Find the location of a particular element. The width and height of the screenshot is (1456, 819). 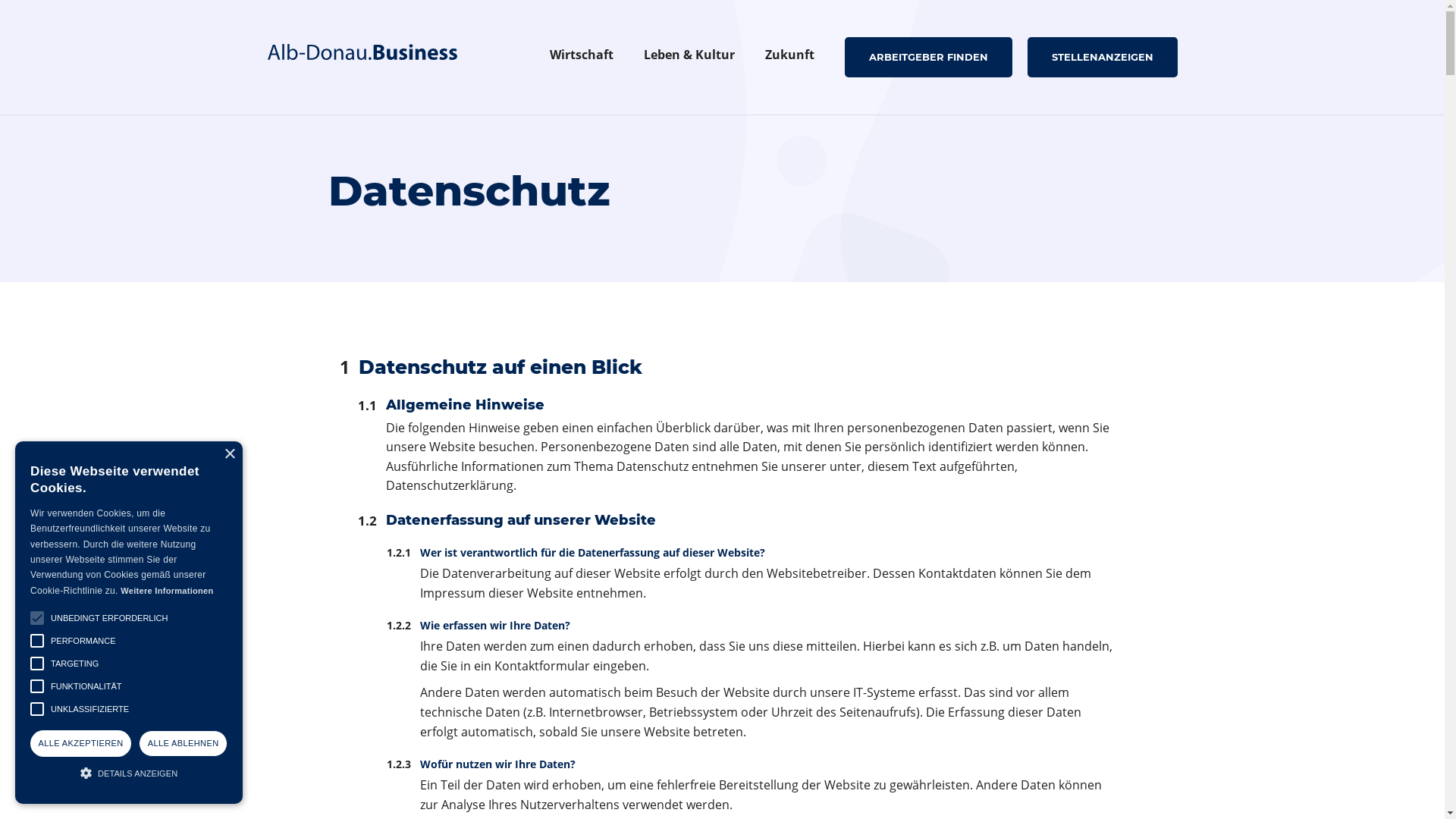

'Weitere Informationen' is located at coordinates (167, 590).